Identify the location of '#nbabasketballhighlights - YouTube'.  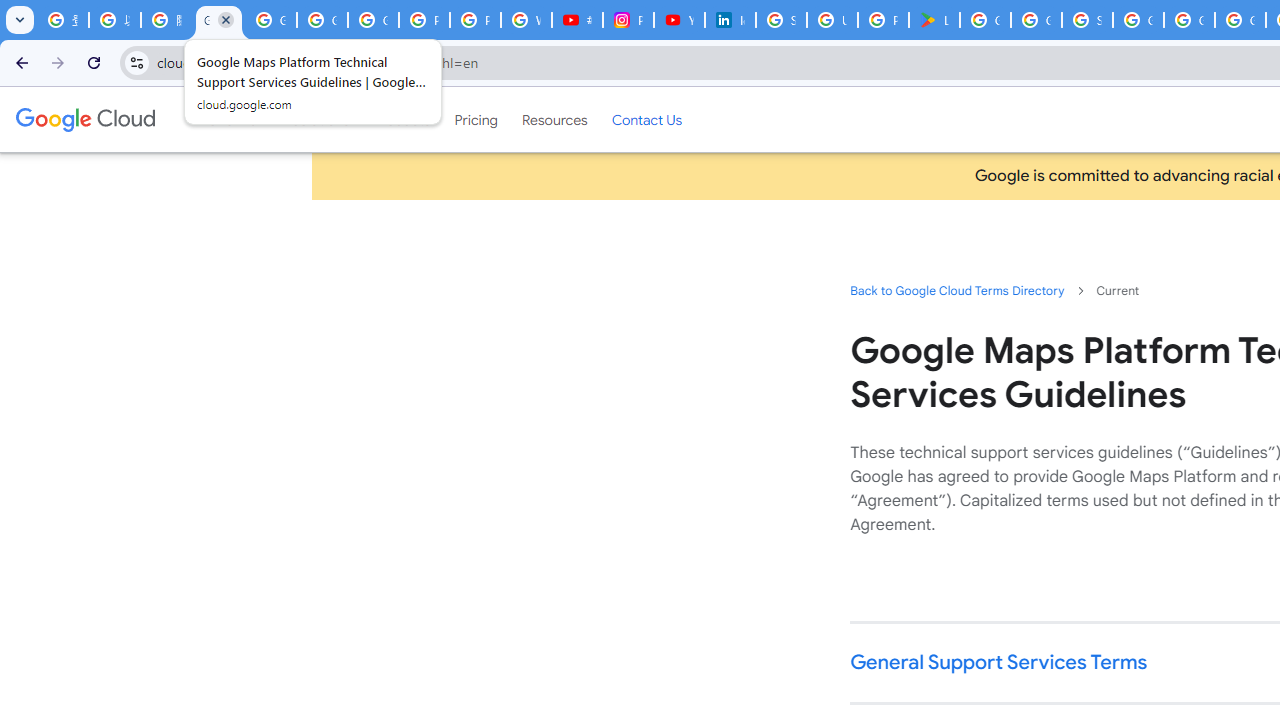
(576, 20).